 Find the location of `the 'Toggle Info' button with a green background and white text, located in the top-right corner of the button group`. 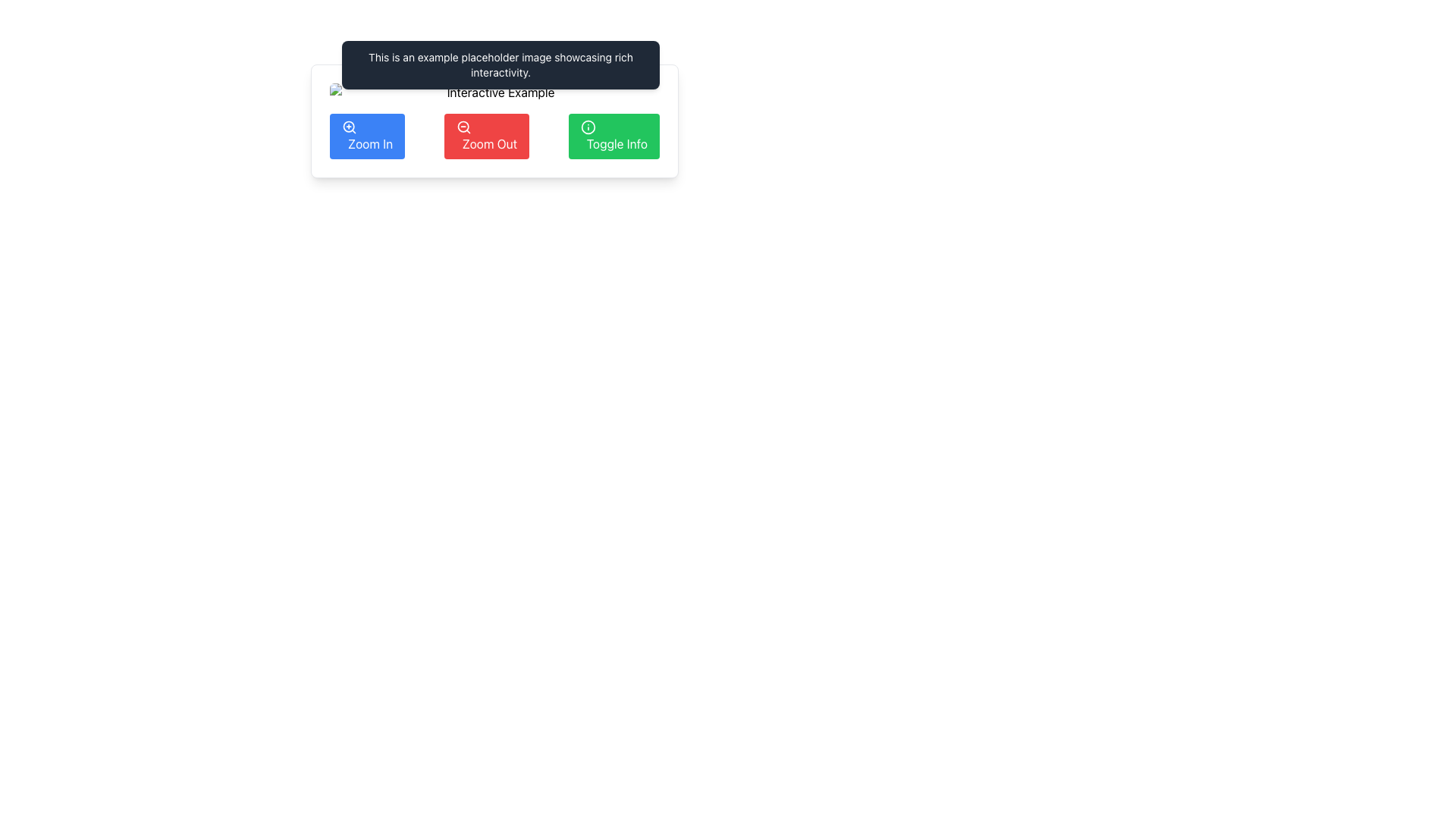

the 'Toggle Info' button with a green background and white text, located in the top-right corner of the button group is located at coordinates (613, 136).